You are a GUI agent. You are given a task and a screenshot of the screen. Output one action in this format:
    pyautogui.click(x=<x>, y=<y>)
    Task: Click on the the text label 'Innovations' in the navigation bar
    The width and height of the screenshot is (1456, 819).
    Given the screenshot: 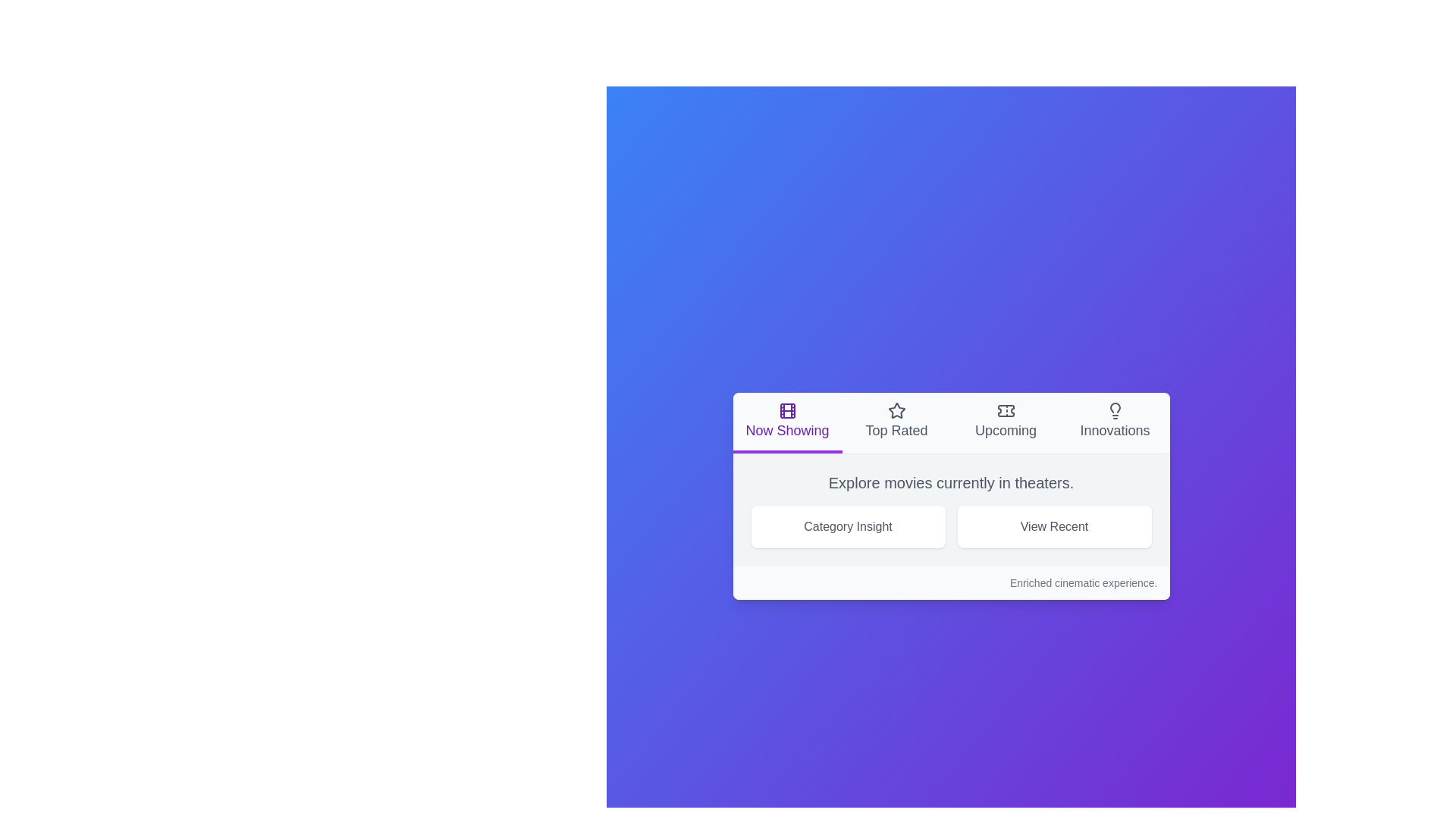 What is the action you would take?
    pyautogui.click(x=1115, y=430)
    